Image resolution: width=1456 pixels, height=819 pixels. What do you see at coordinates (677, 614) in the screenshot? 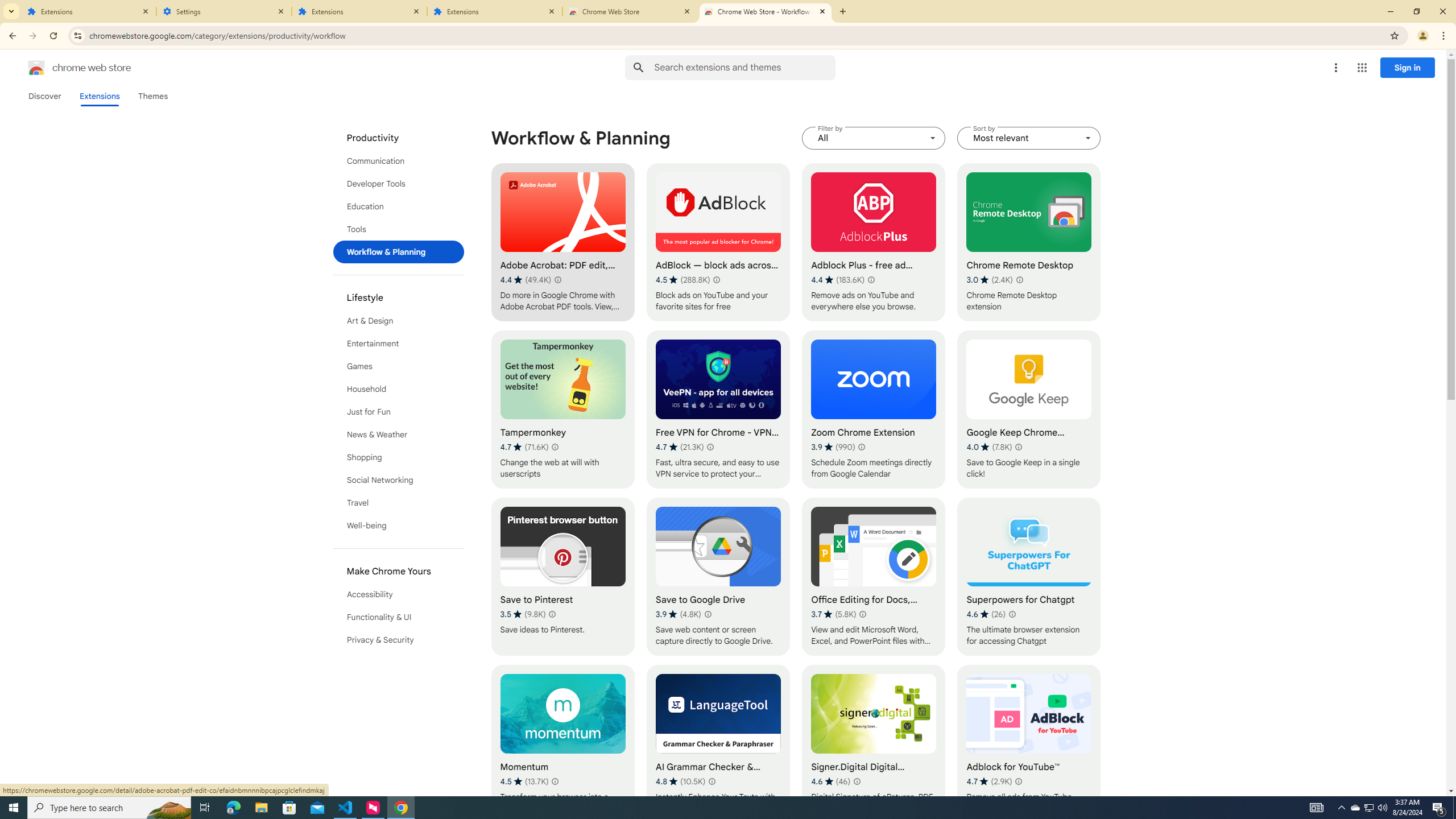
I see `'Average rating 3.9 out of 5 stars. 4.8K ratings.'` at bounding box center [677, 614].